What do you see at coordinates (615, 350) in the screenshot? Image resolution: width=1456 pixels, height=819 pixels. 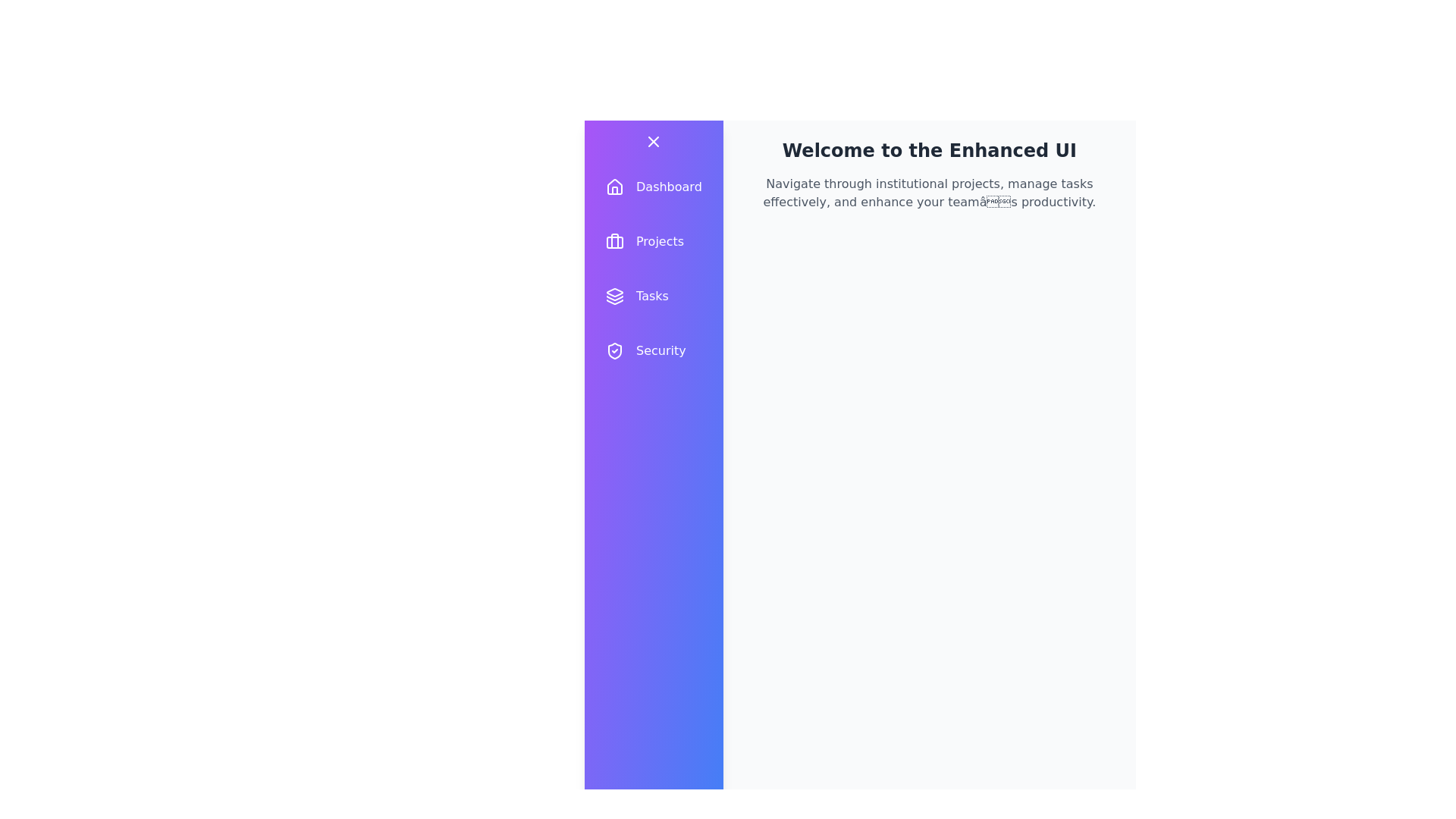 I see `the shield icon with a checkmark, located beside the 'Security' label` at bounding box center [615, 350].